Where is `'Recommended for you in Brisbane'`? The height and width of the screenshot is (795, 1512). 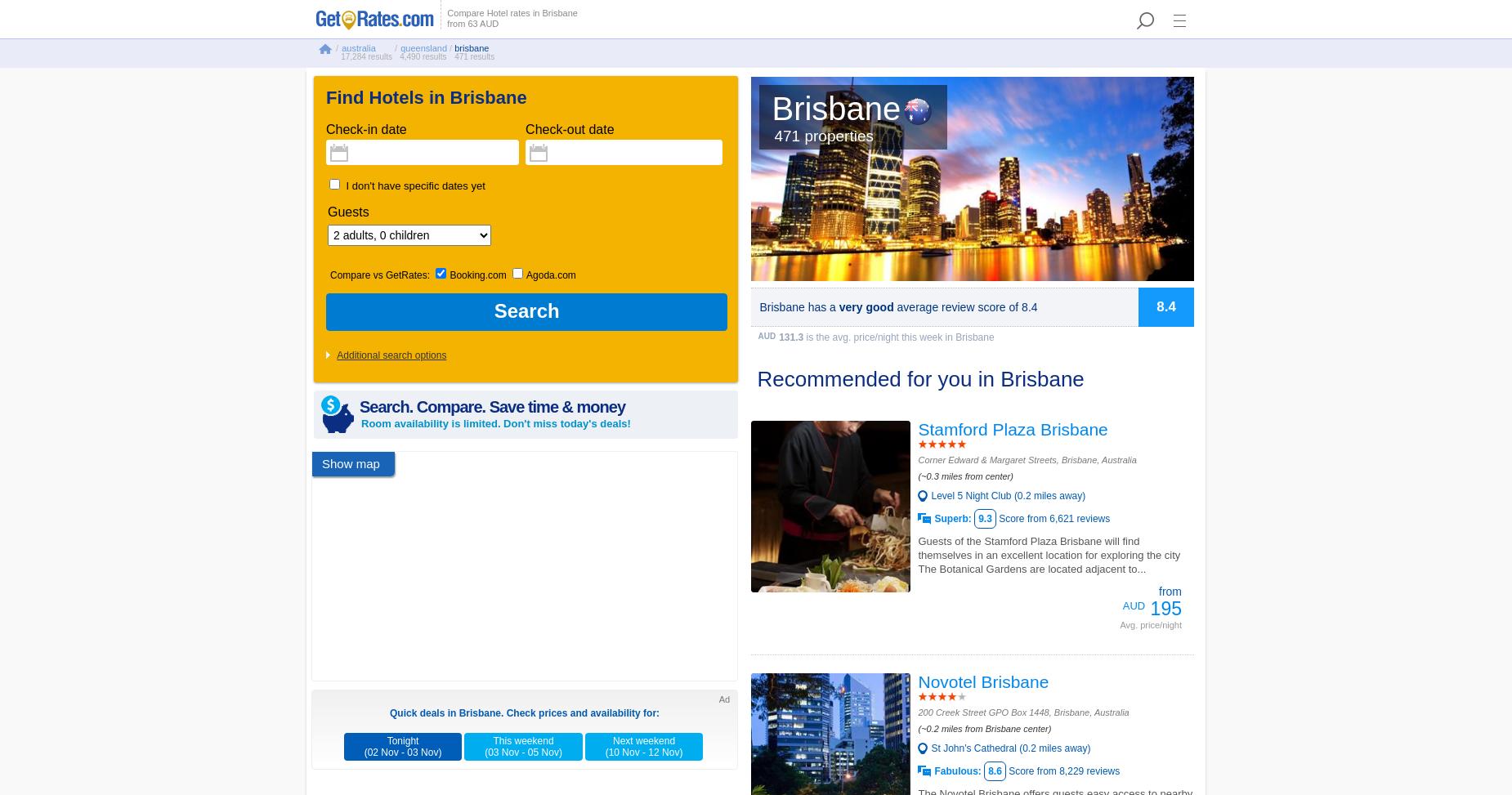
'Recommended for you in Brisbane' is located at coordinates (919, 379).